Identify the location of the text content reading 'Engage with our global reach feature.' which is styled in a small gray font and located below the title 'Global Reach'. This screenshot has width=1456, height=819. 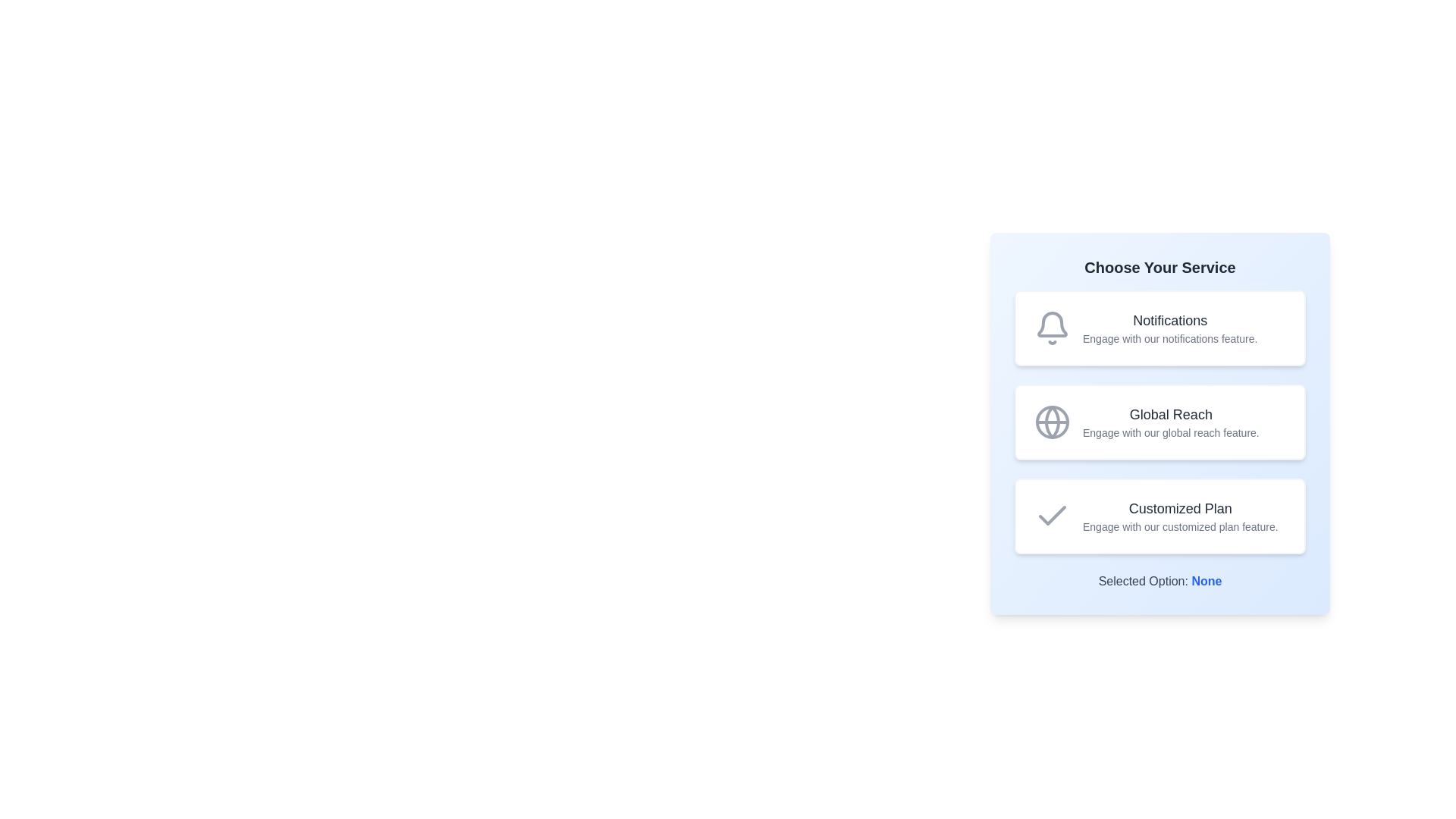
(1170, 432).